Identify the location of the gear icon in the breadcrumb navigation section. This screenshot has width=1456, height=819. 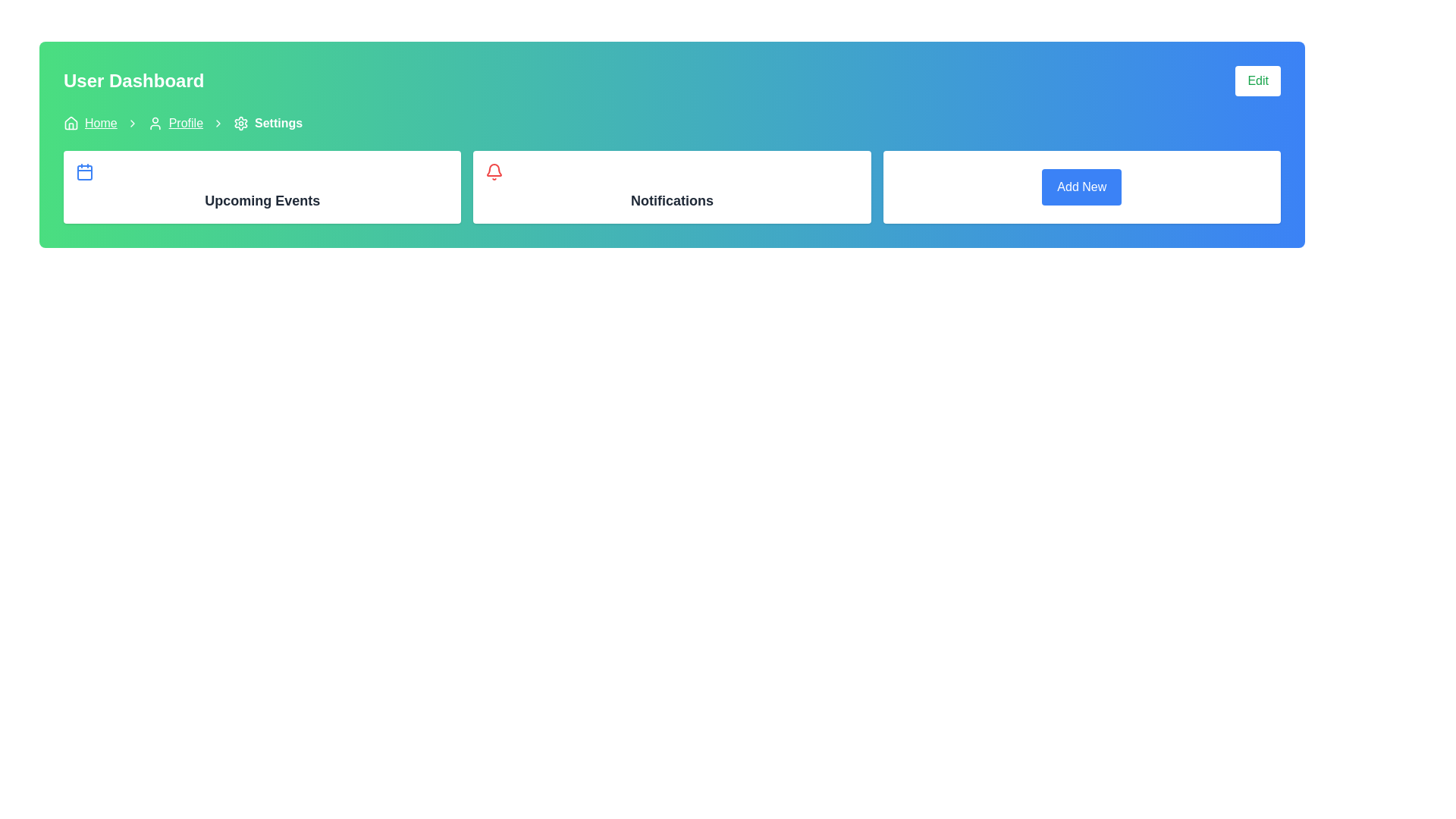
(240, 122).